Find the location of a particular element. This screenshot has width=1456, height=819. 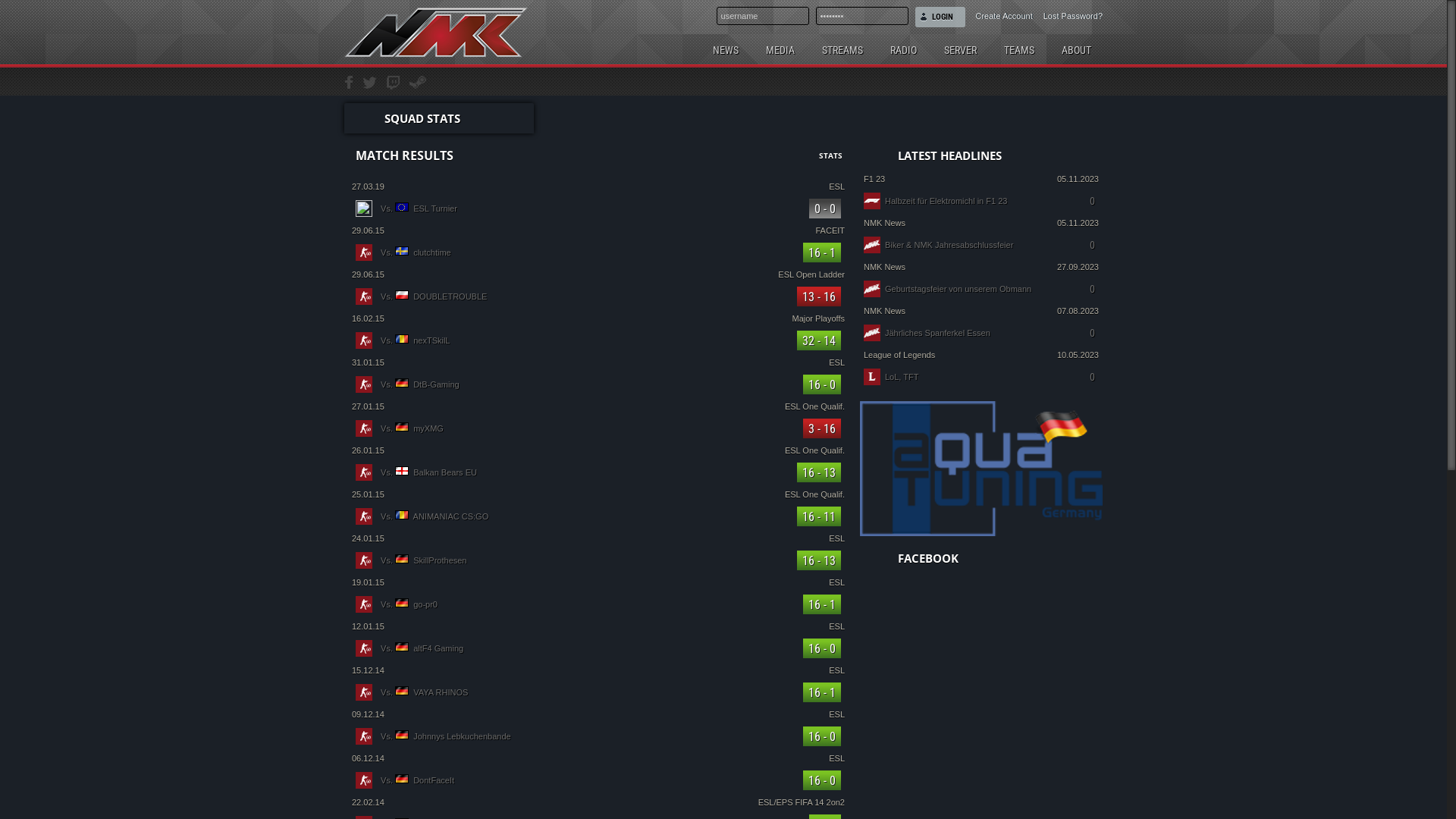

'  Vs.   DtB-Gaming is located at coordinates (597, 383).